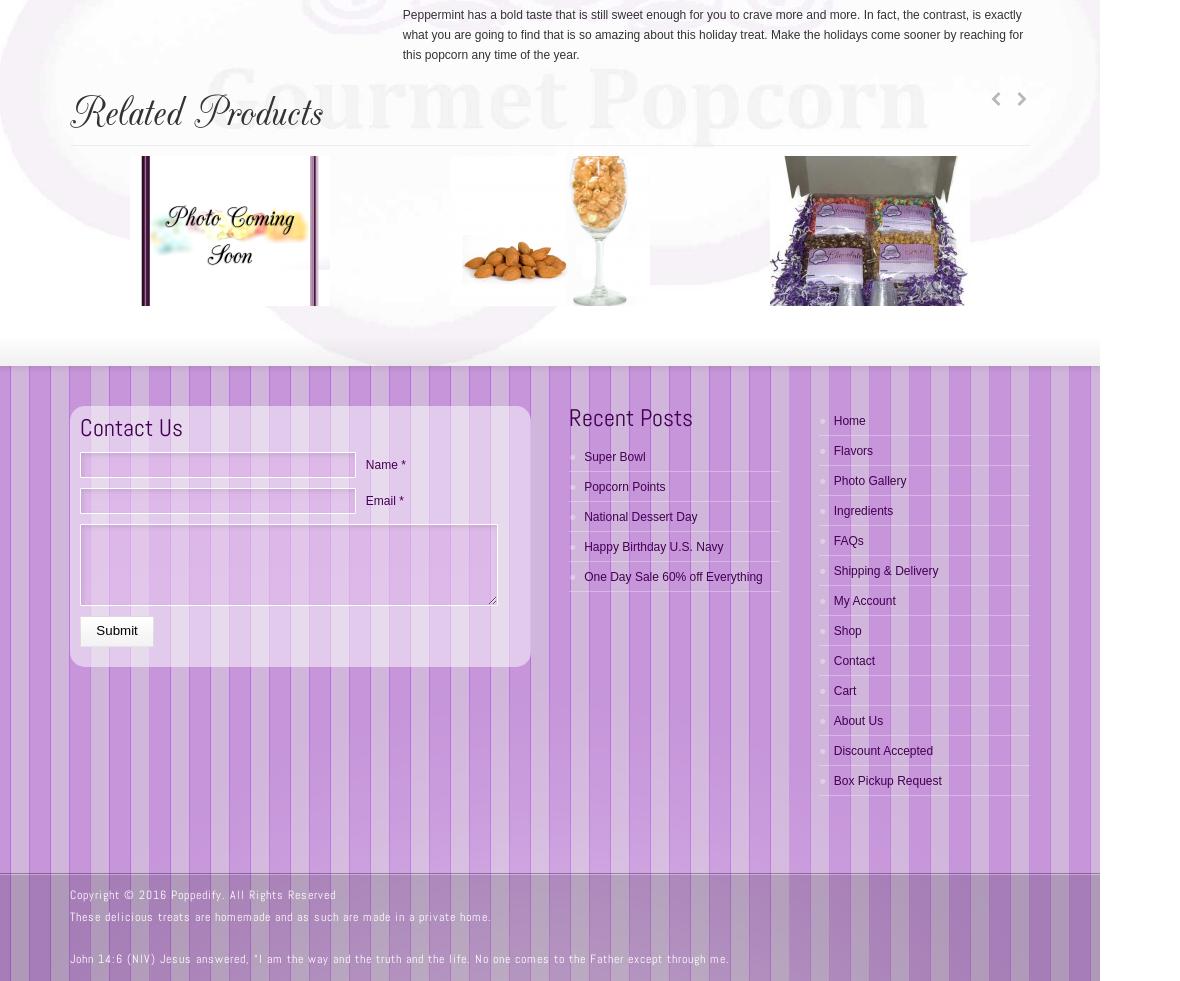 The width and height of the screenshot is (1180, 981). What do you see at coordinates (885, 571) in the screenshot?
I see `'Shipping & Delivery'` at bounding box center [885, 571].